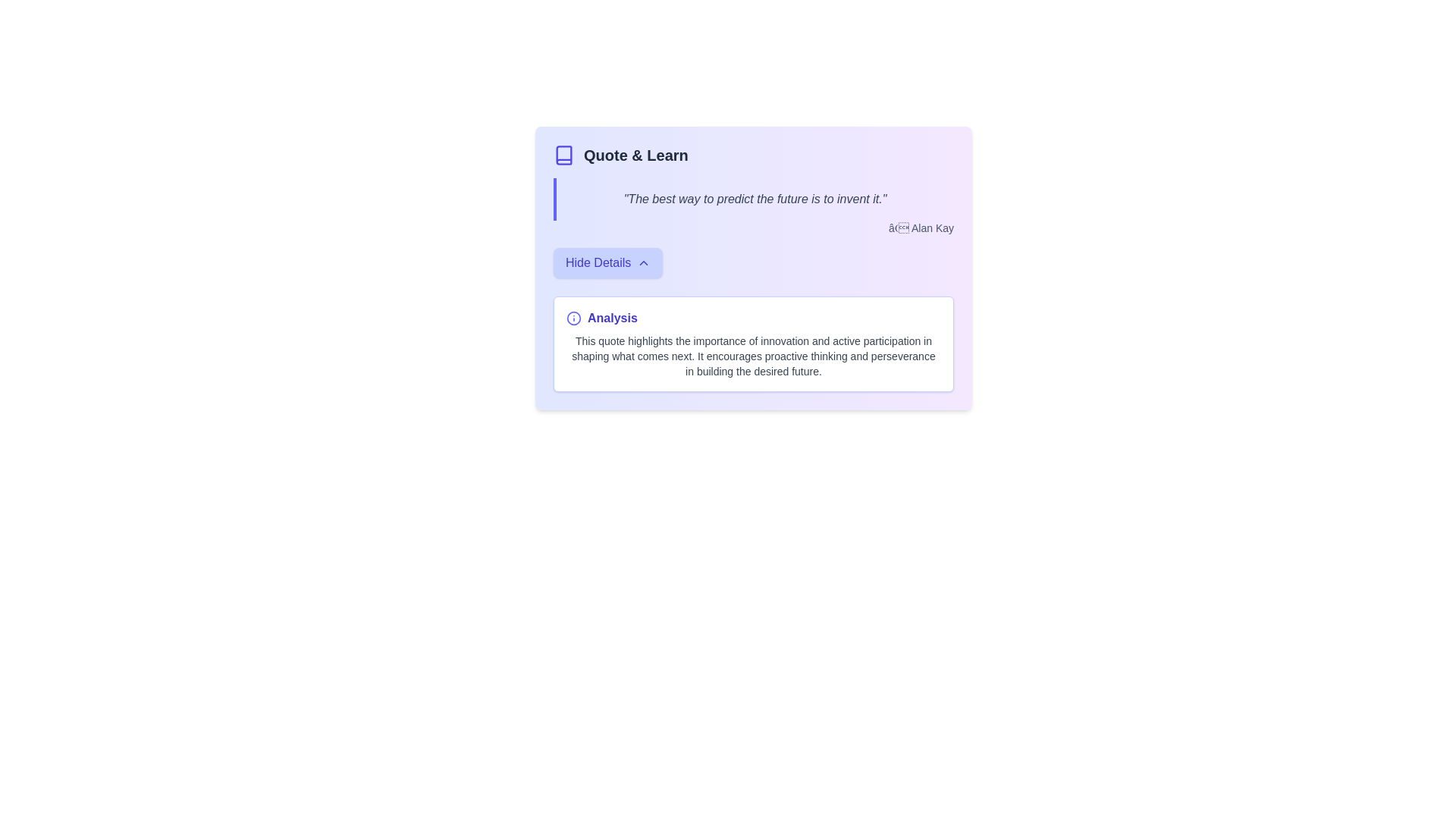 The width and height of the screenshot is (1456, 819). Describe the element at coordinates (753, 198) in the screenshot. I see `the highlighted quote text displayed in italicized font, which reads: 'The best way to predict the future is to invent it.' This text block is located beneath the section title 'Quote & Learn.'` at that location.